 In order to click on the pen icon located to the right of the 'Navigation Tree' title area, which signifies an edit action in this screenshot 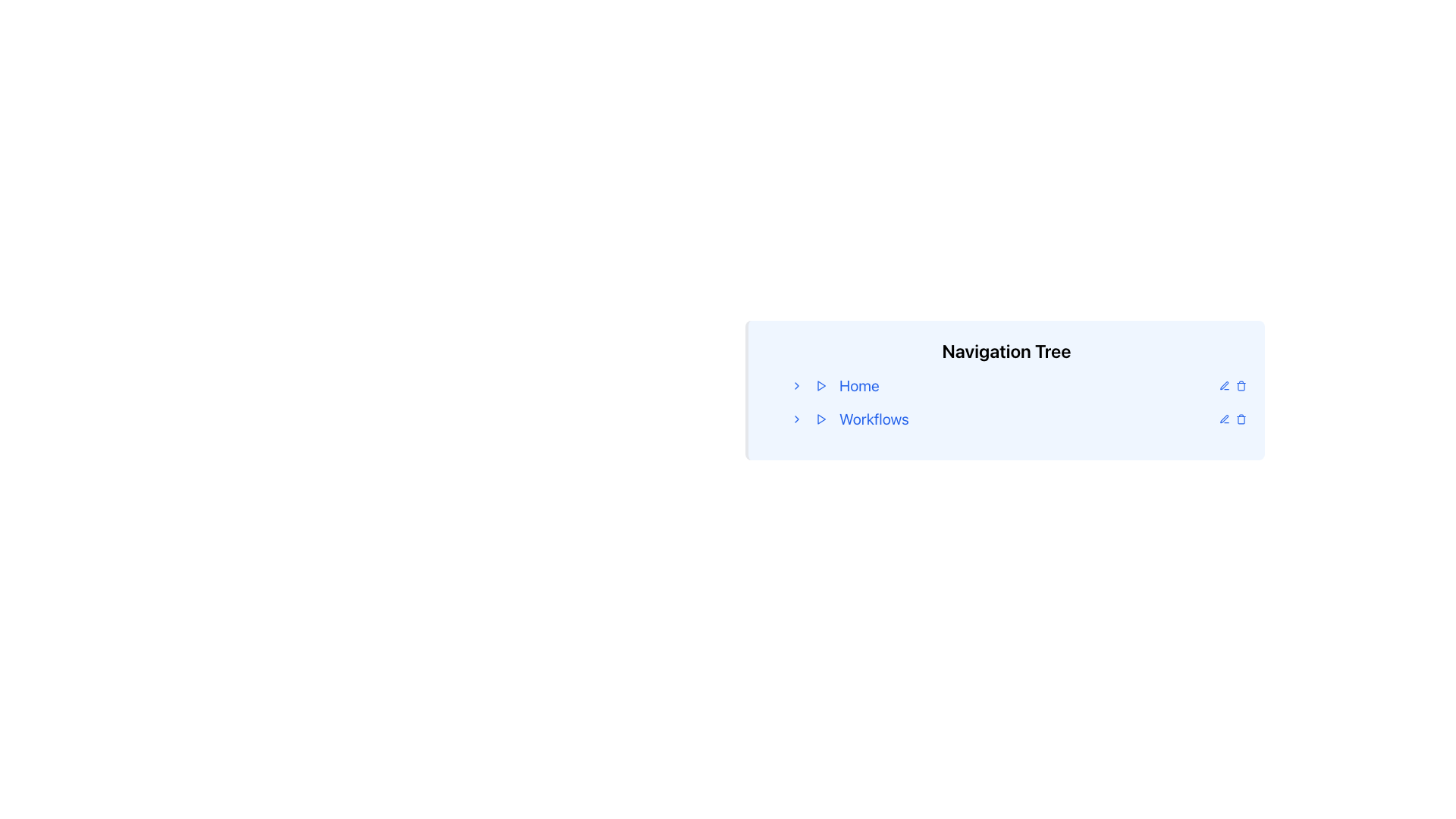, I will do `click(1224, 419)`.